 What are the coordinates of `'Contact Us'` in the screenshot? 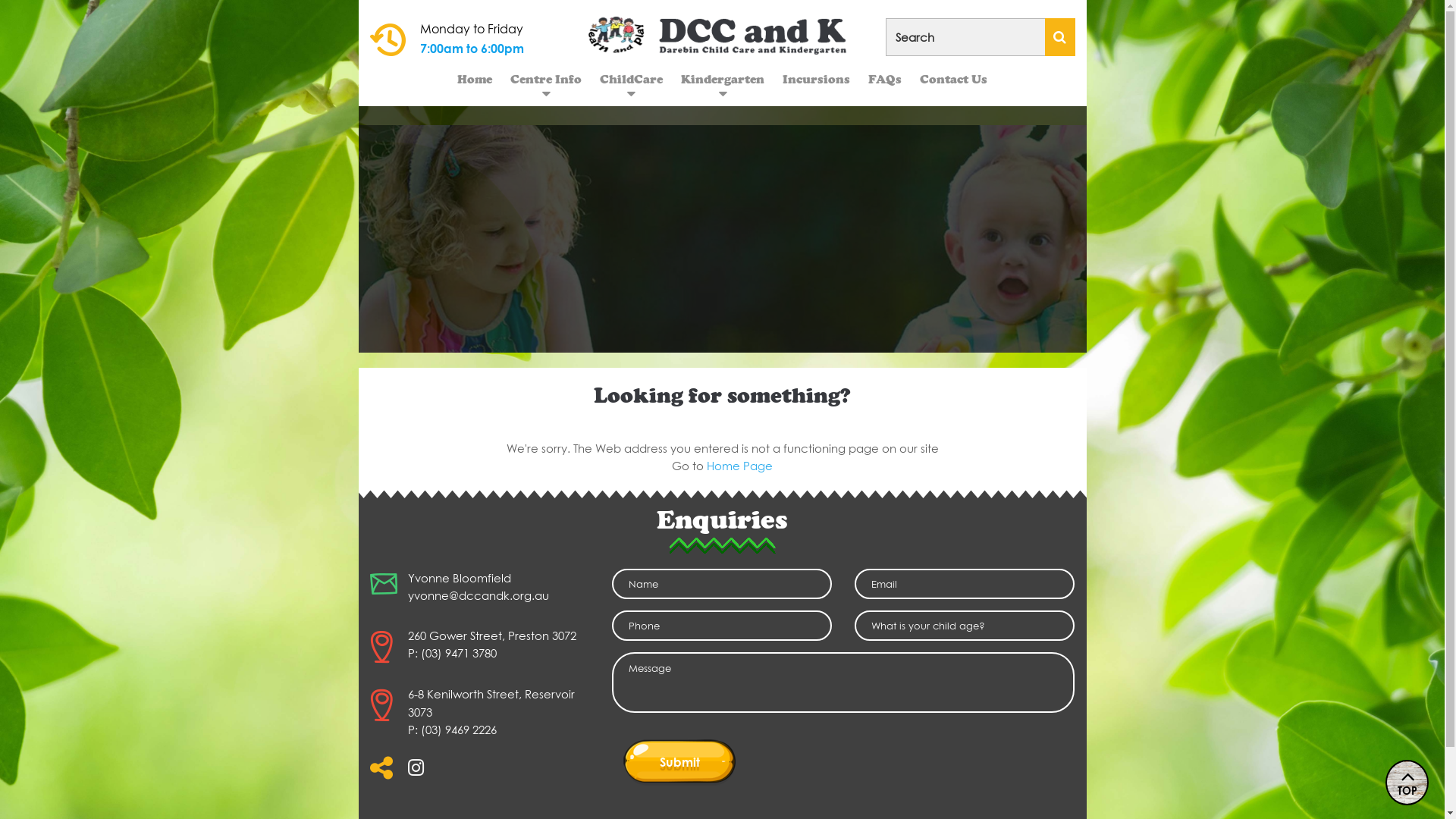 It's located at (910, 79).